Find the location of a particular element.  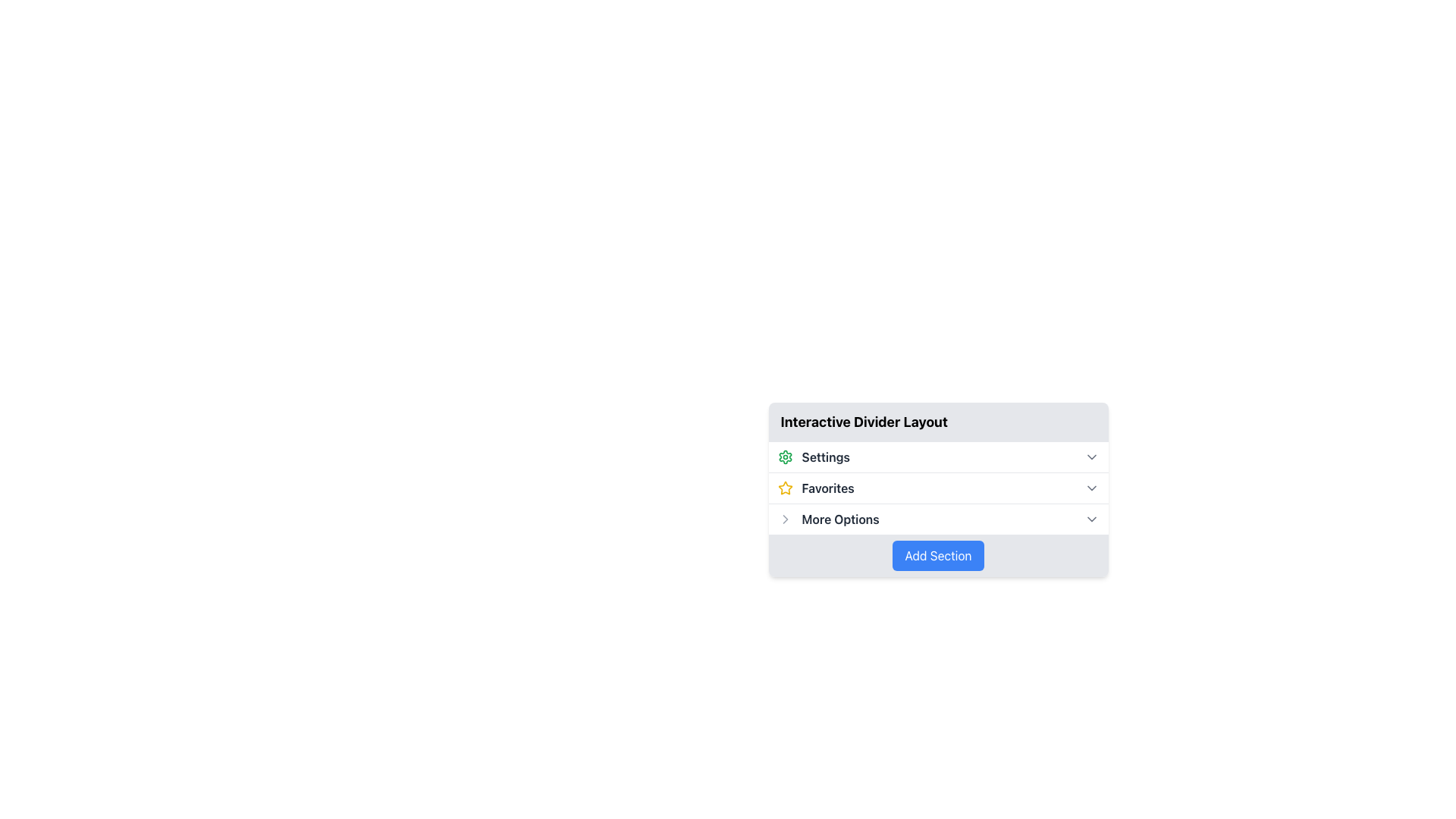

the right-pointing chevron icon in the settings options to trigger potential UI effects is located at coordinates (785, 519).